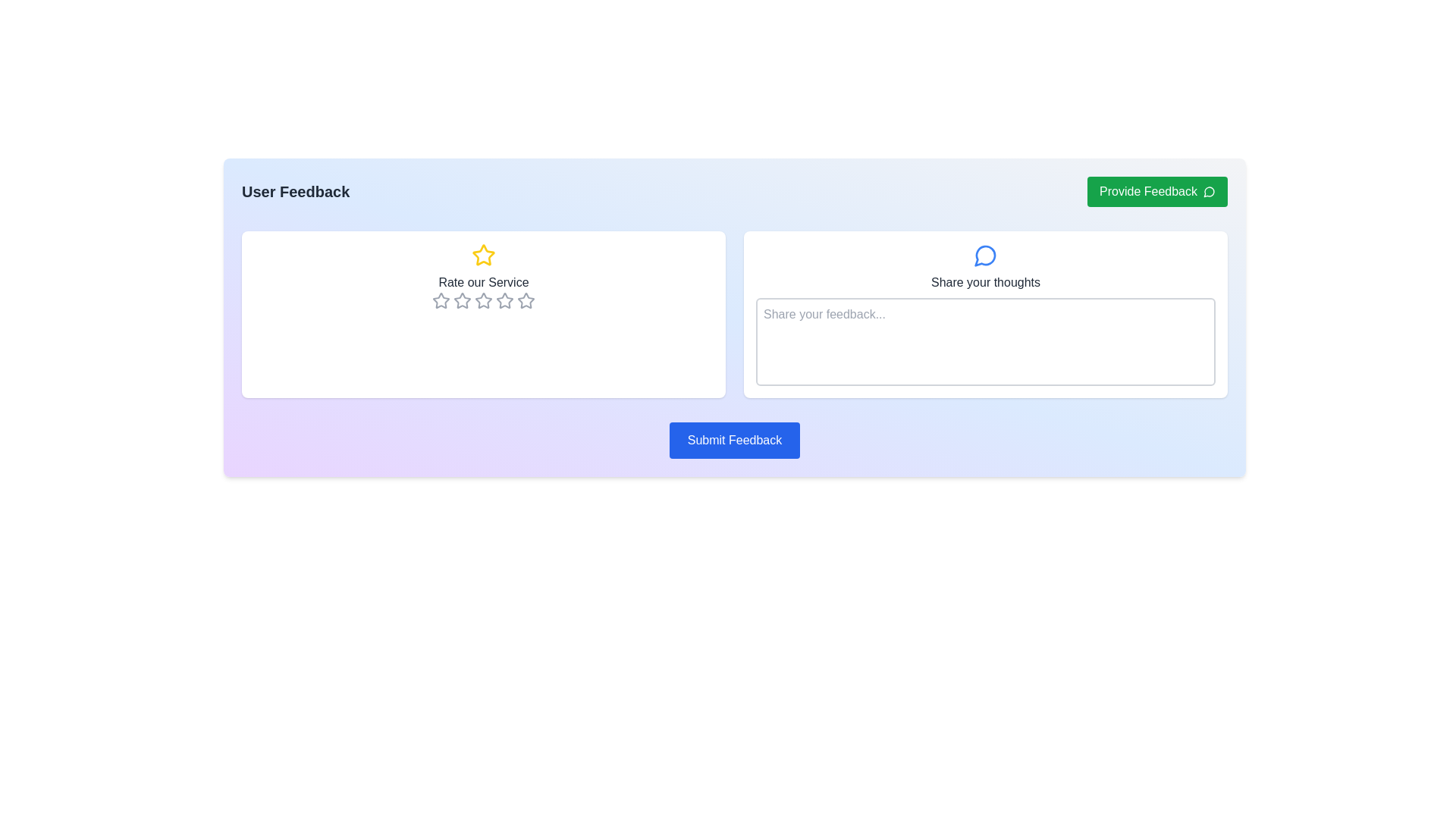 The image size is (1456, 819). What do you see at coordinates (461, 300) in the screenshot?
I see `the second interactive star icon used for rating, which is part of a horizontal sequence under the 'Rate our Service' label in the user feedback form` at bounding box center [461, 300].